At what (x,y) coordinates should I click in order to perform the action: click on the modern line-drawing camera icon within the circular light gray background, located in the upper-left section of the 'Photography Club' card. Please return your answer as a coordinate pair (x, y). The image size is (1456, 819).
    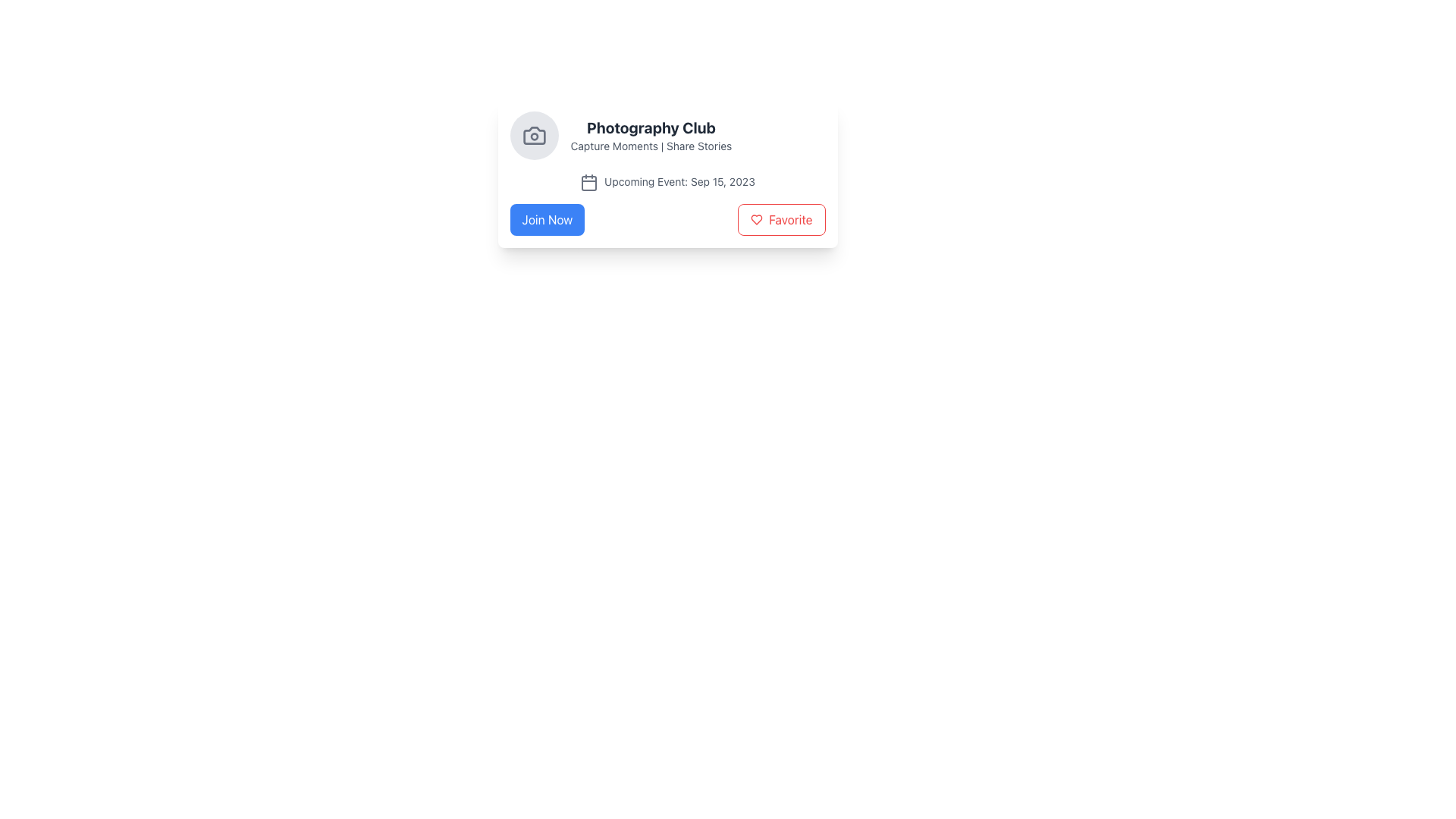
    Looking at the image, I should click on (534, 134).